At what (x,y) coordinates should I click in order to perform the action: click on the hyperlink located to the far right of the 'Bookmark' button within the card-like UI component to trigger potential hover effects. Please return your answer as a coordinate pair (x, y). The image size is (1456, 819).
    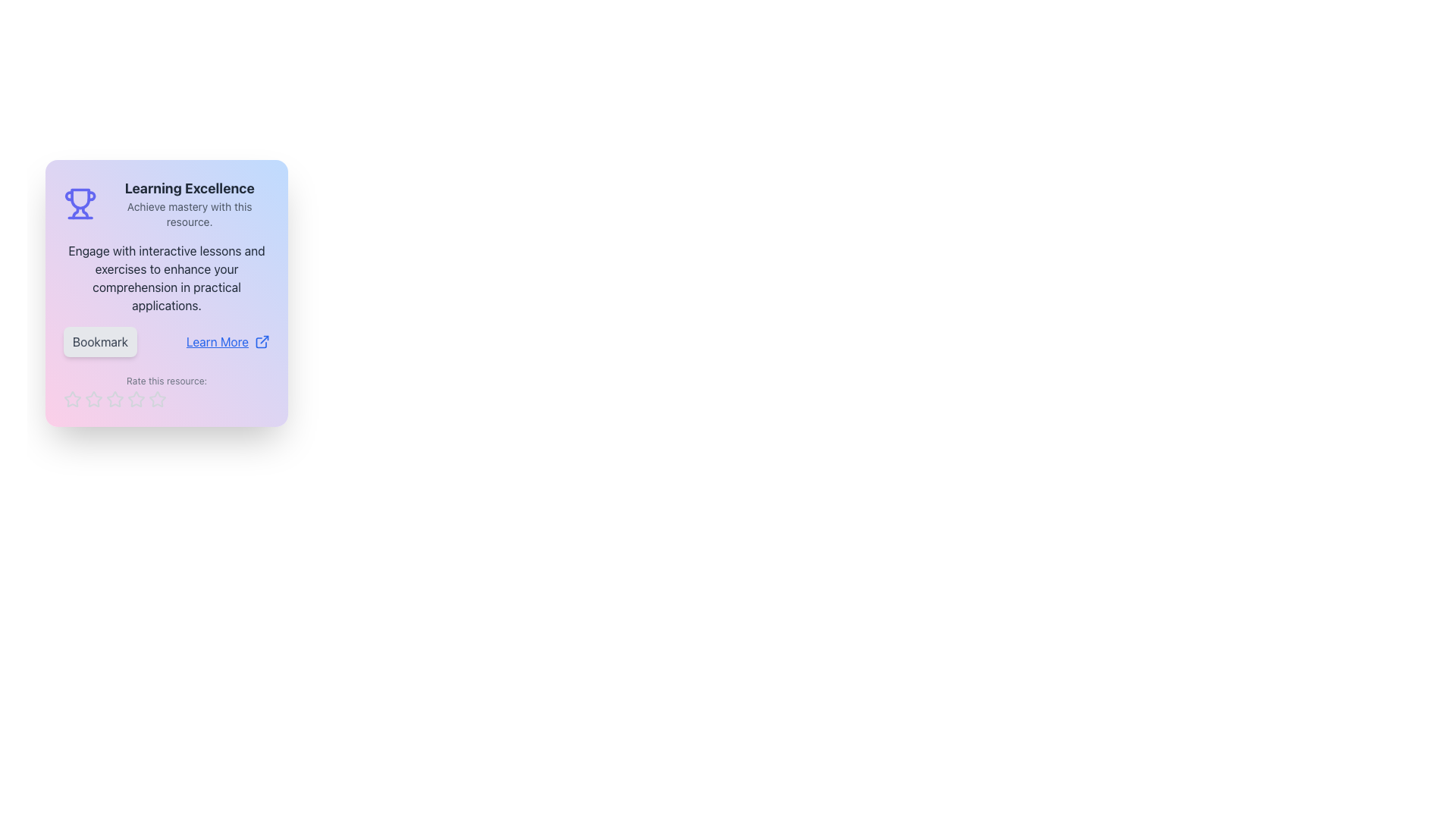
    Looking at the image, I should click on (227, 342).